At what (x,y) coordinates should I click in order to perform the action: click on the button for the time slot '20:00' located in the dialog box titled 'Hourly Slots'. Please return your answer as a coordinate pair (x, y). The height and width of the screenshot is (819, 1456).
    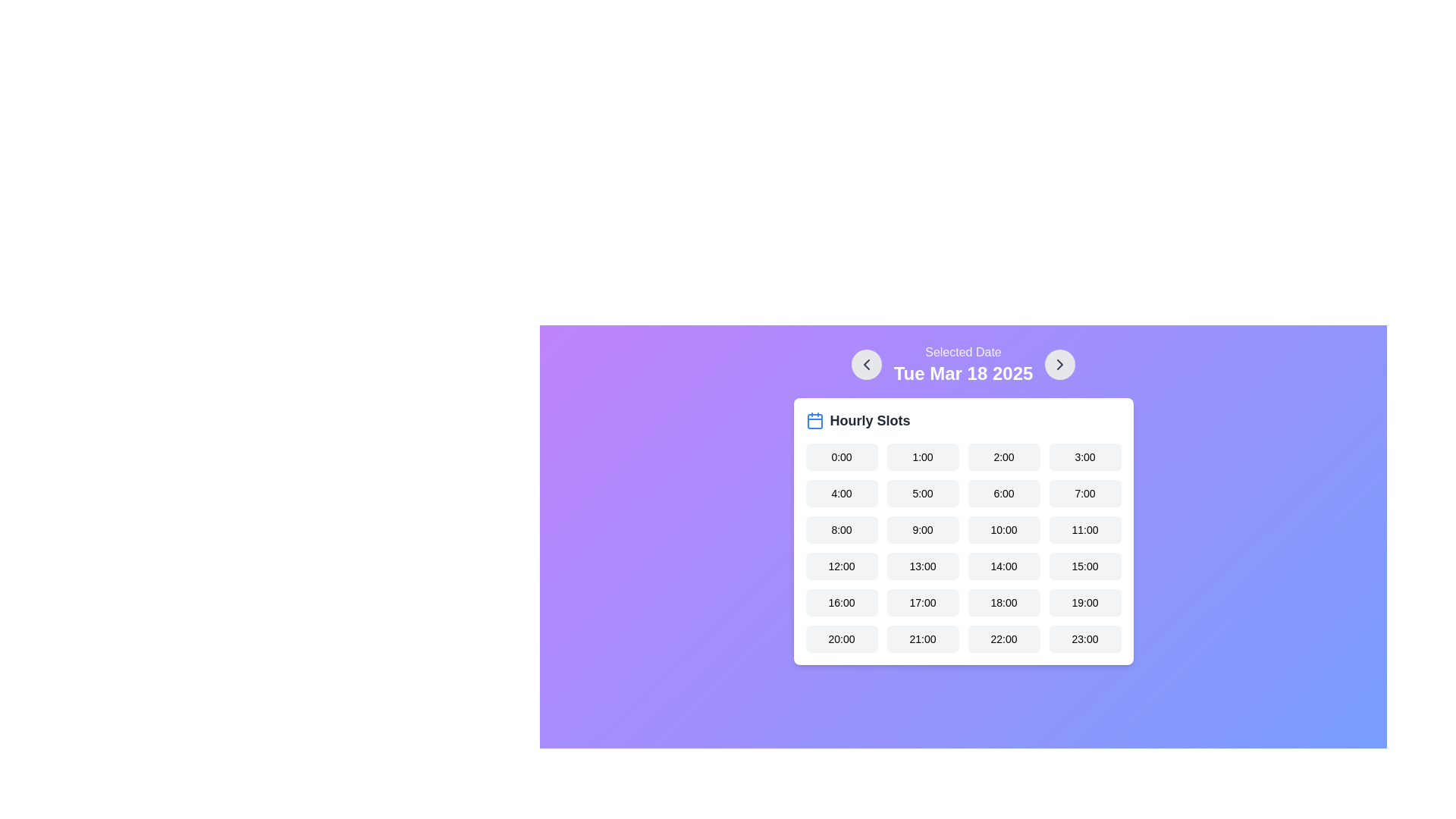
    Looking at the image, I should click on (840, 639).